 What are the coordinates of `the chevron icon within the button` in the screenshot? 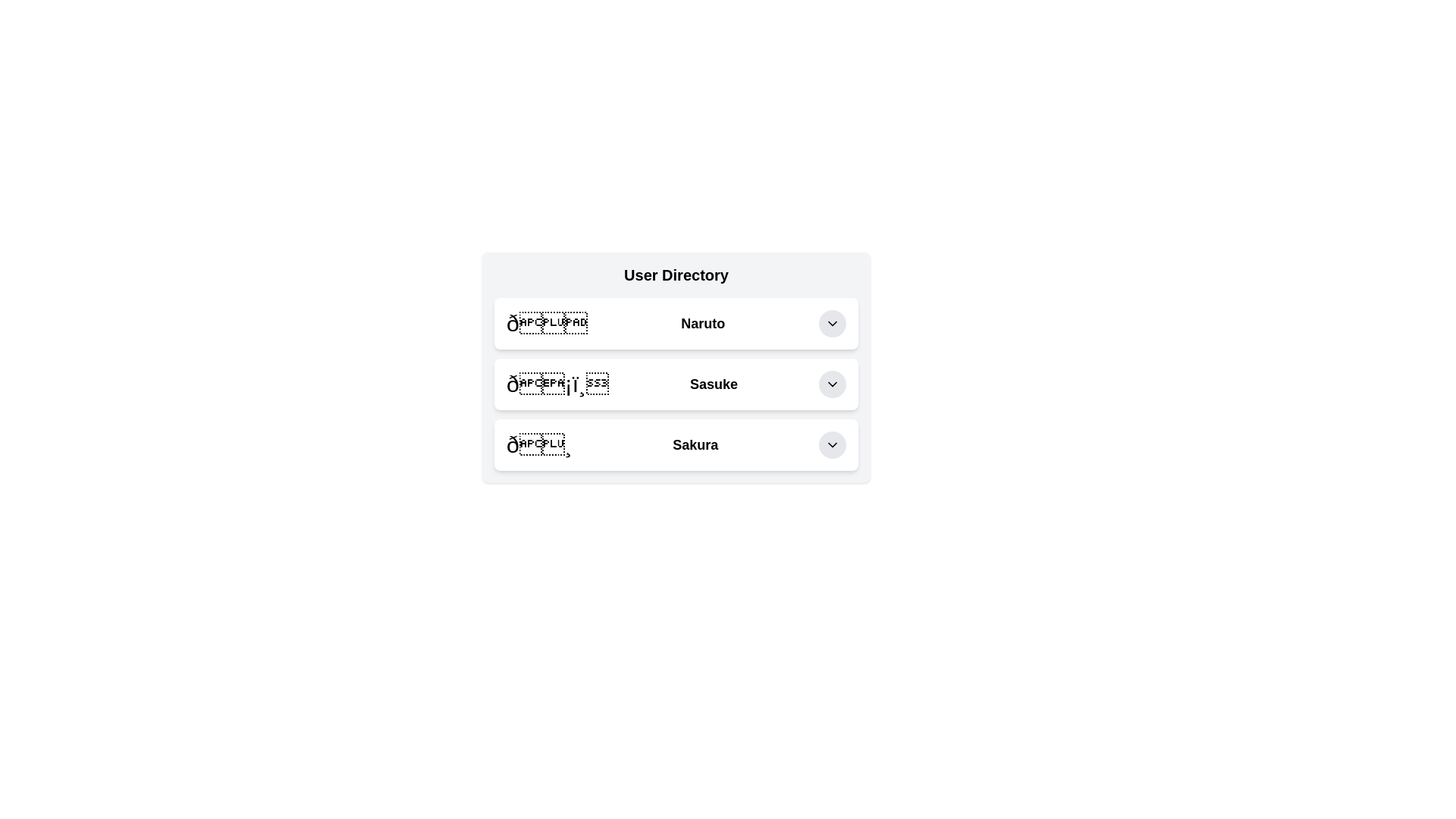 It's located at (832, 383).